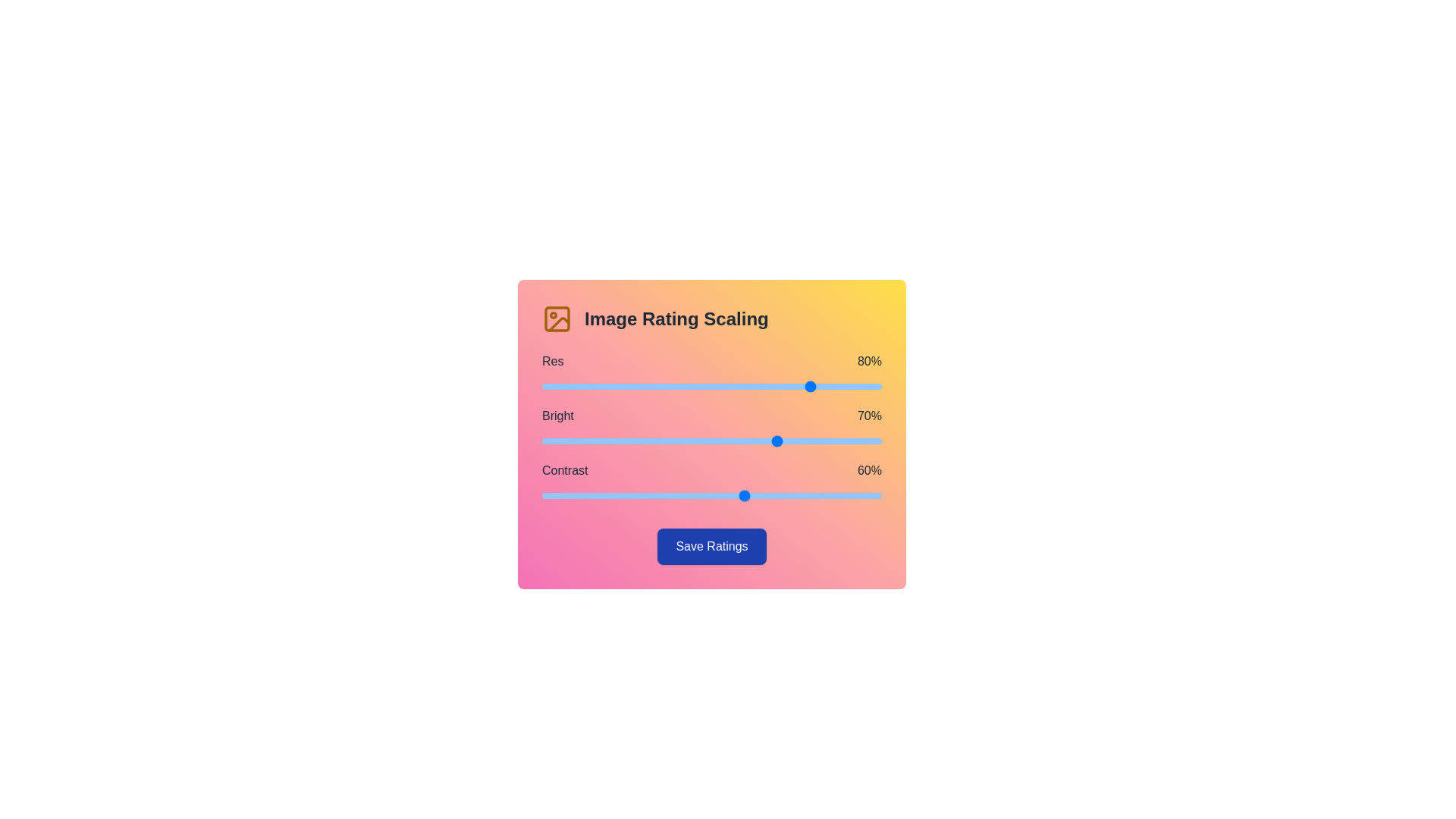 The image size is (1456, 819). I want to click on the confirm and save button at the bottom of the settings panel, so click(711, 547).